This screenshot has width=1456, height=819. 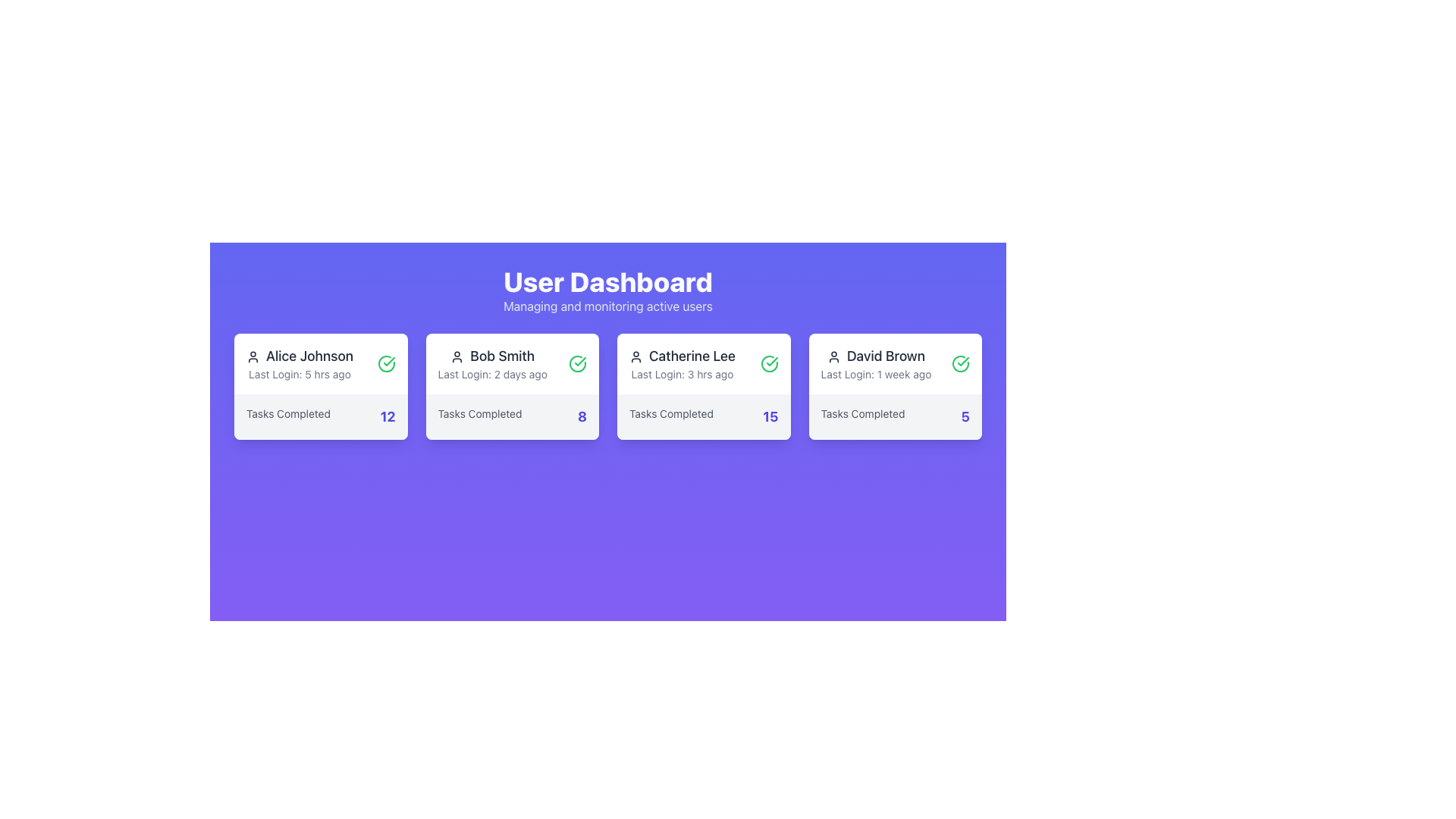 I want to click on the green checkmark icon located to the right of the user's name 'David Brown' in the top right section of the user profile card, so click(x=579, y=362).